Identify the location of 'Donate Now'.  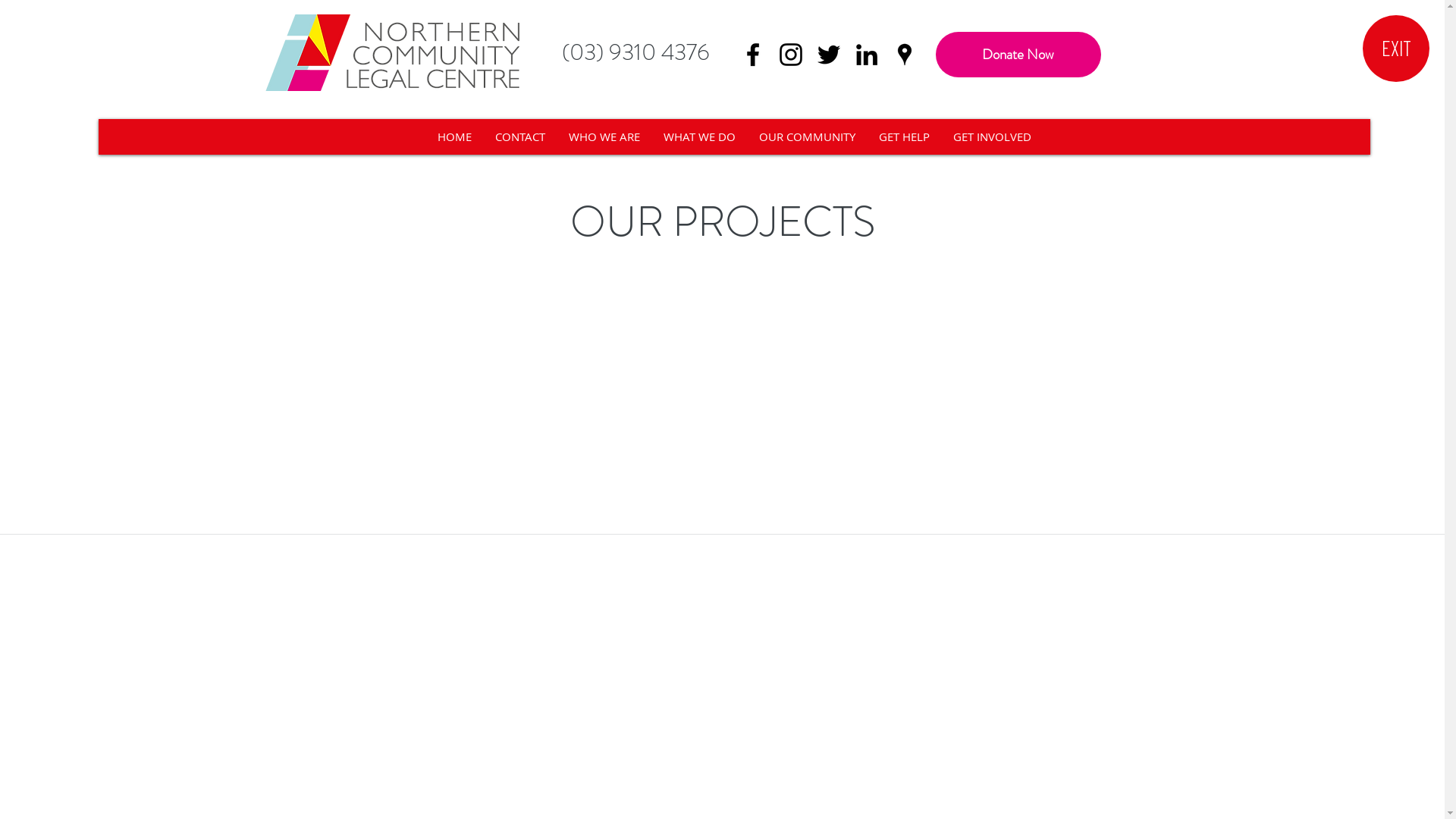
(1018, 54).